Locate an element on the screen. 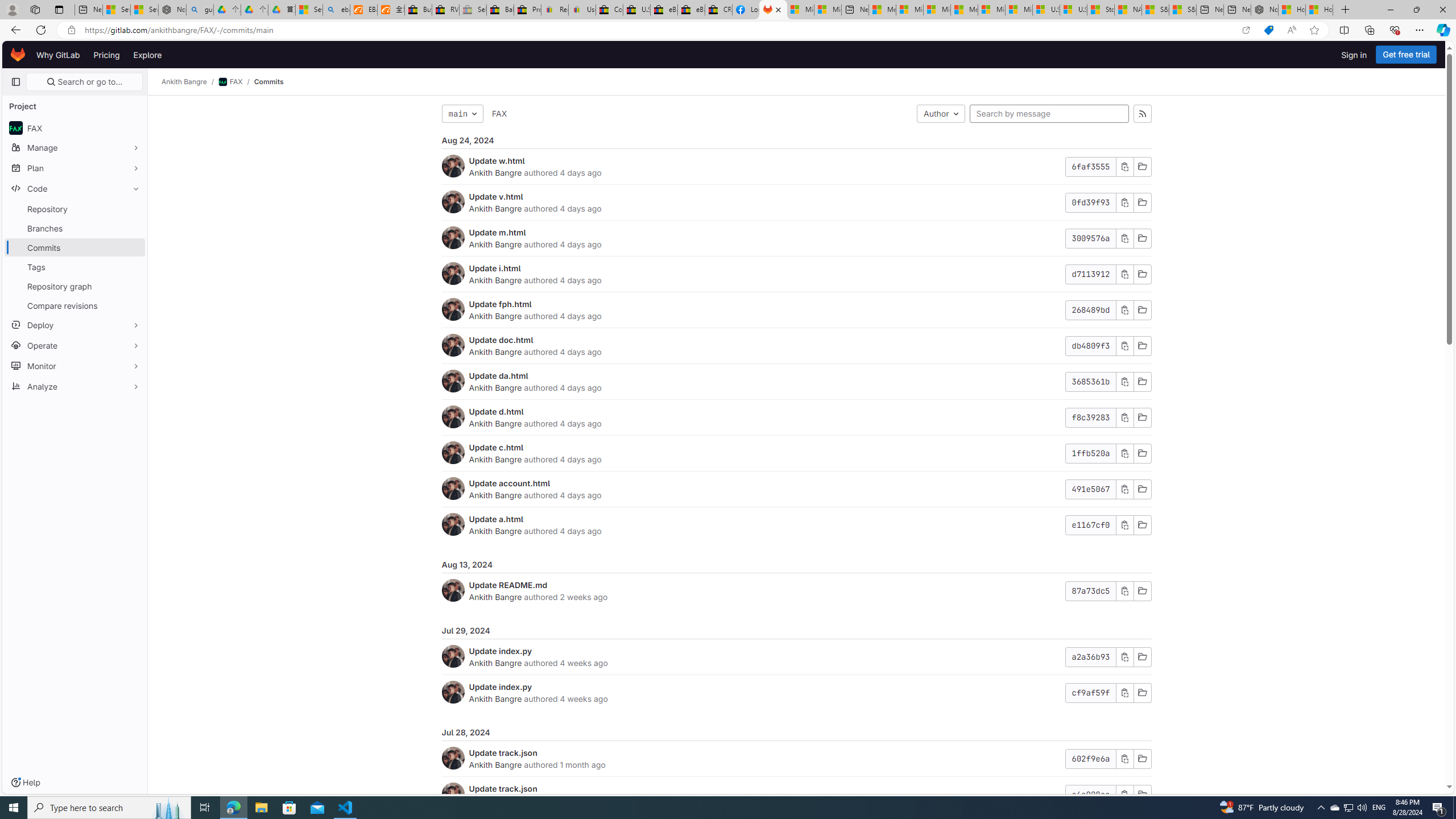 This screenshot has width=1456, height=819. 'Compare revisions' is located at coordinates (74, 305).